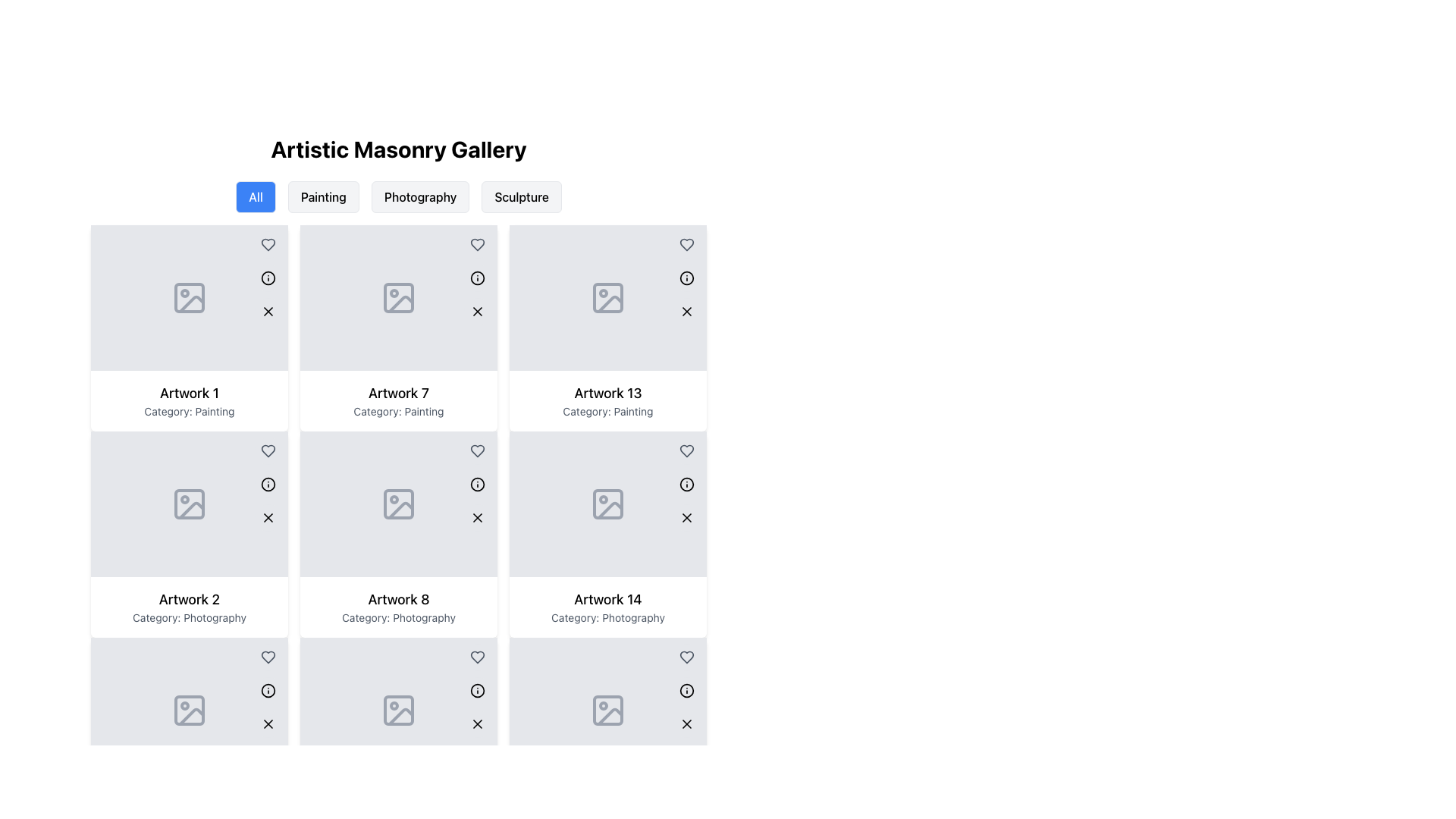 The image size is (1456, 819). I want to click on the small rectangular graphical decoration located inside the image icon under the 'Artwork 8' tile in the gallery grid, so click(399, 504).